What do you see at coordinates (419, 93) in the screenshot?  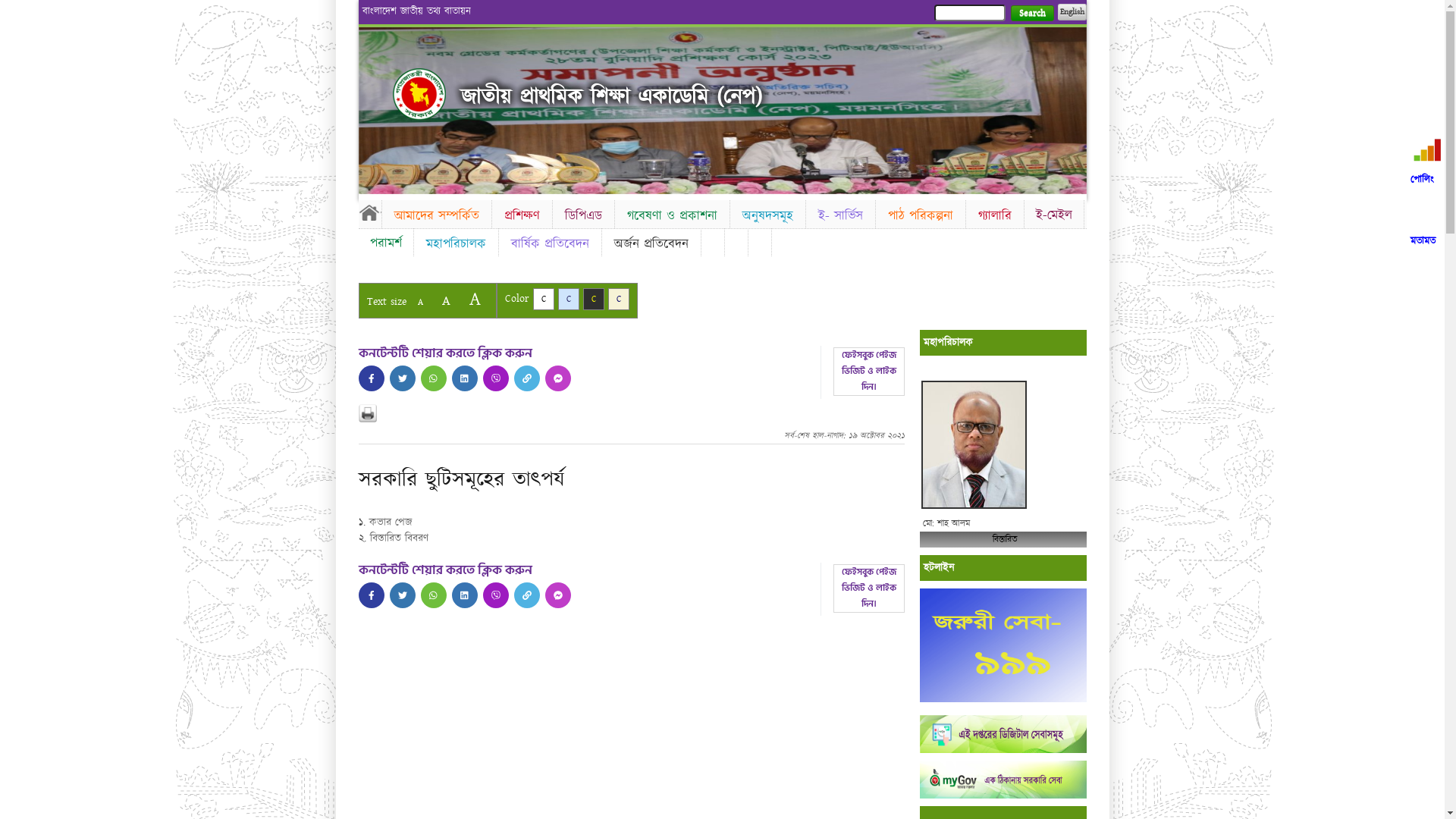 I see `'Home'` at bounding box center [419, 93].